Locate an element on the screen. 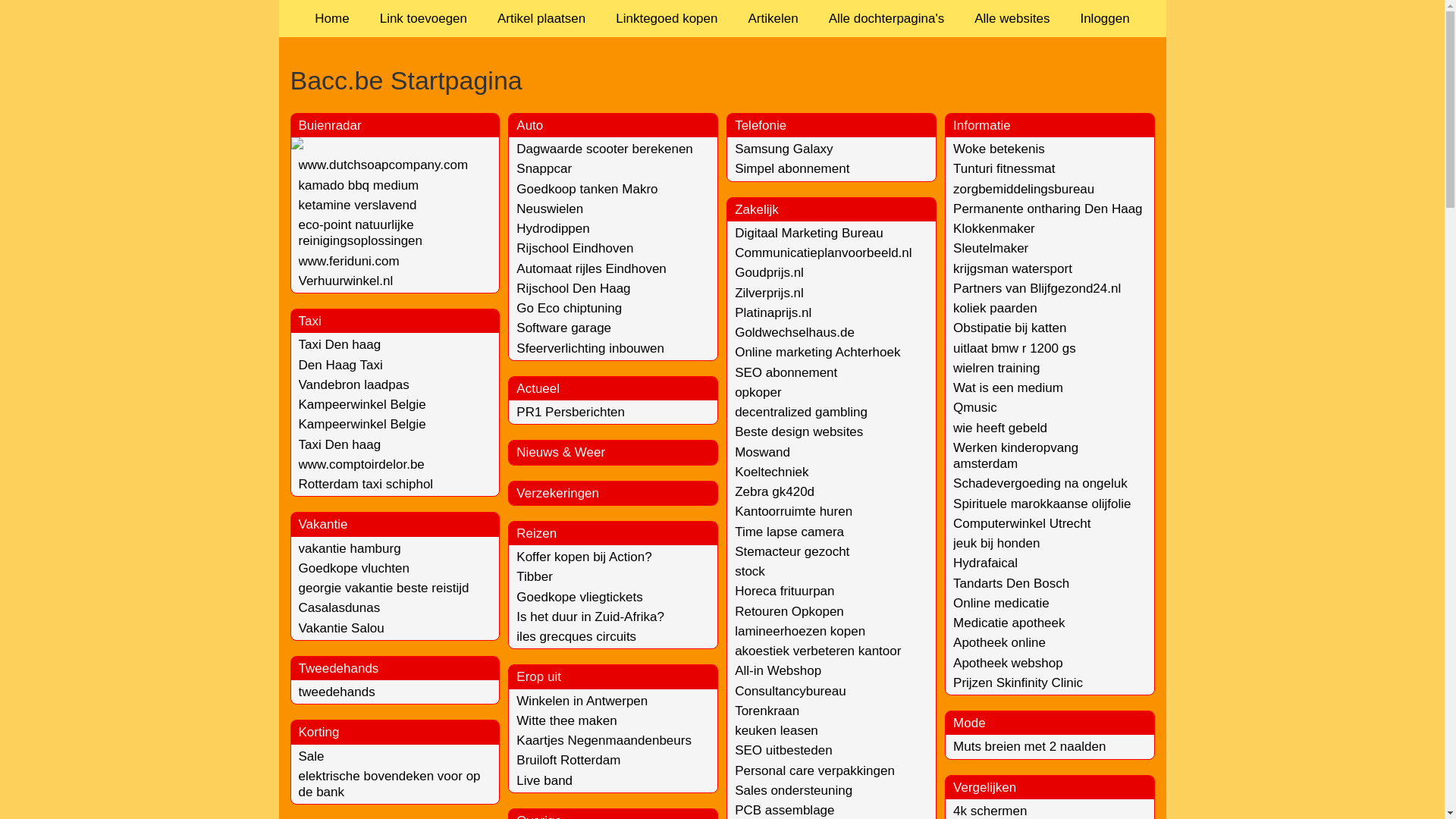  'Vandebron laadpas' is located at coordinates (298, 384).